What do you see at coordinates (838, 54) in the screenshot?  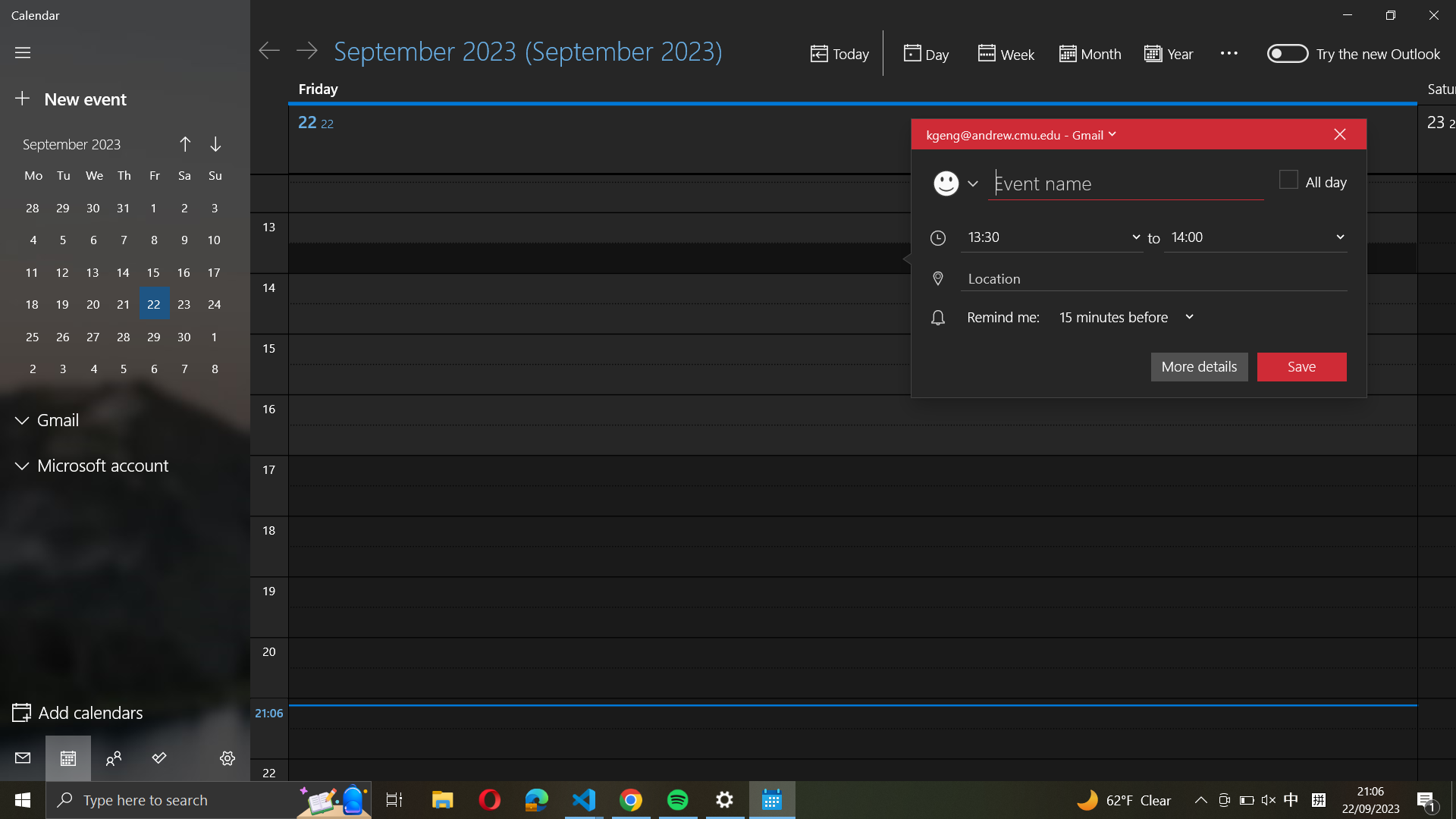 I see `the current day on the calendar` at bounding box center [838, 54].